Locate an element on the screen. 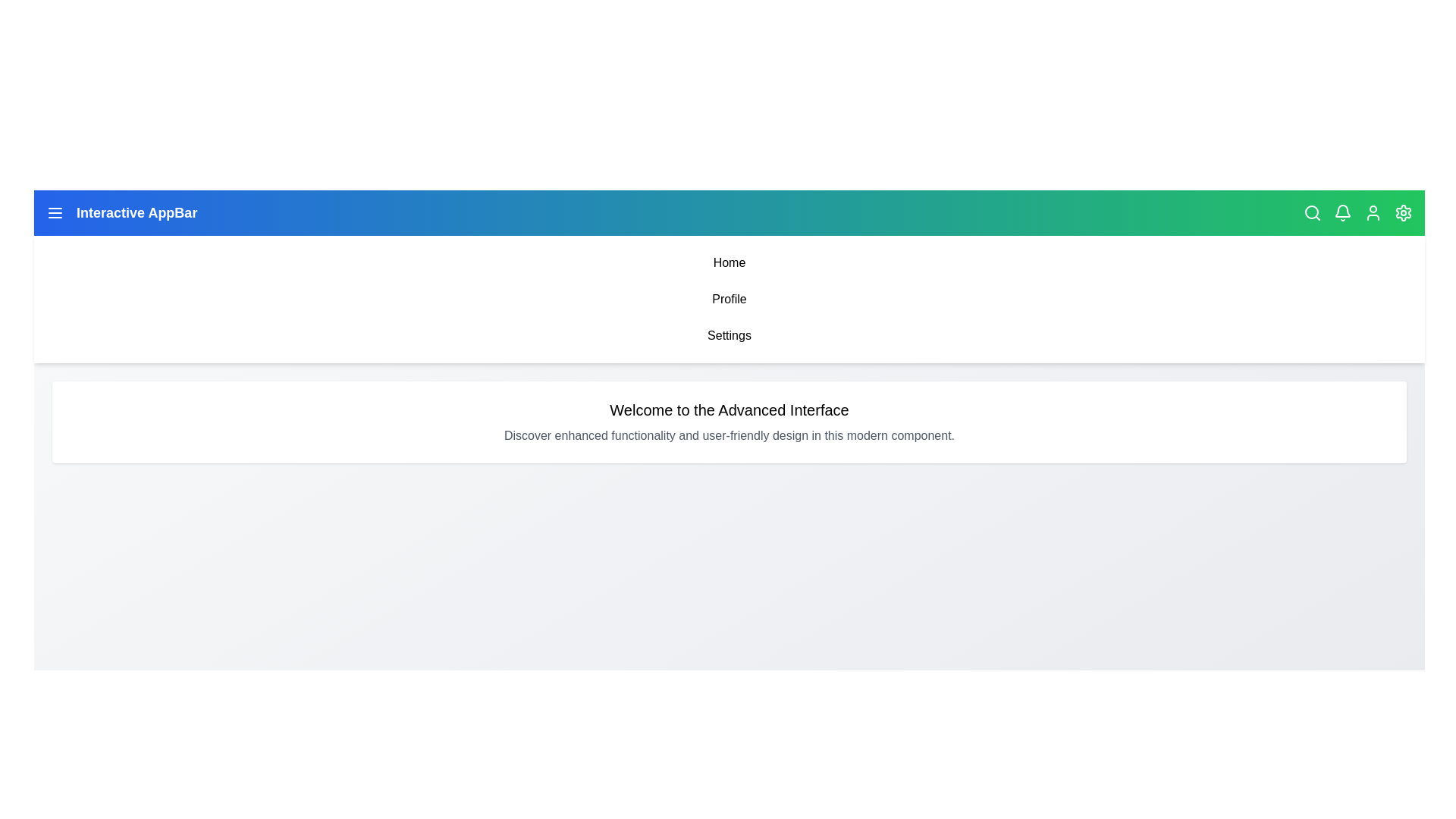  the header text 'Interactive AppBar' is located at coordinates (136, 213).